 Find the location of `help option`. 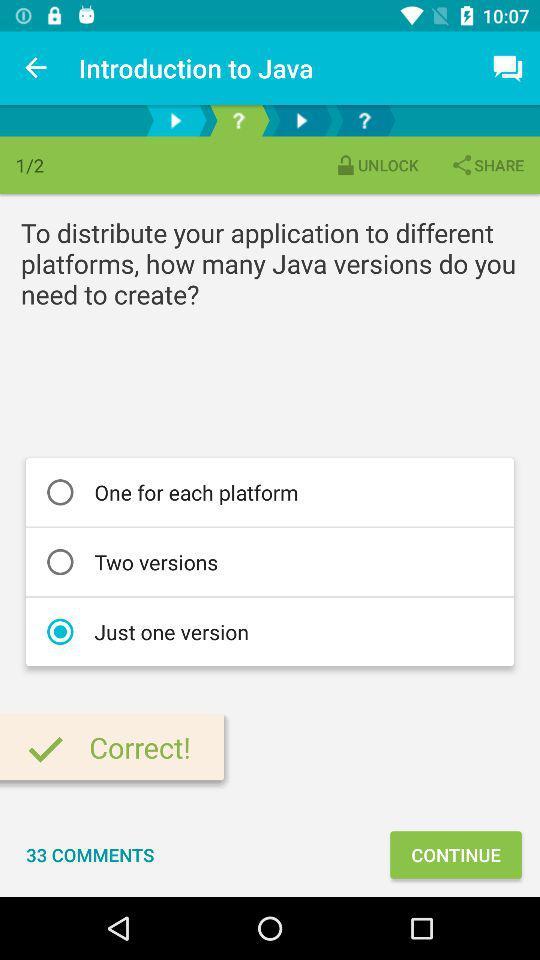

help option is located at coordinates (363, 120).